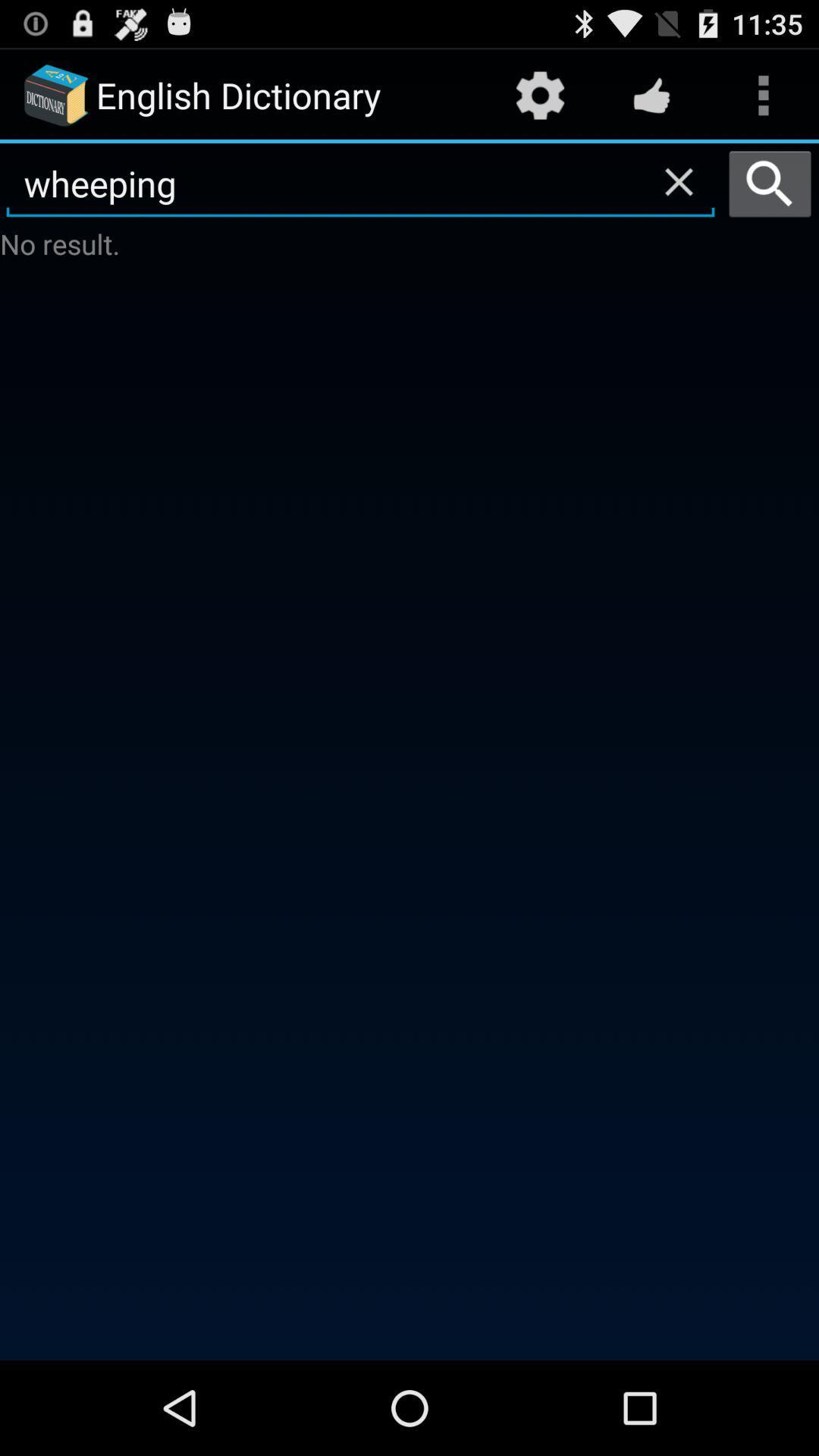 The height and width of the screenshot is (1456, 819). I want to click on icon to the right of the english dictionary app, so click(539, 94).